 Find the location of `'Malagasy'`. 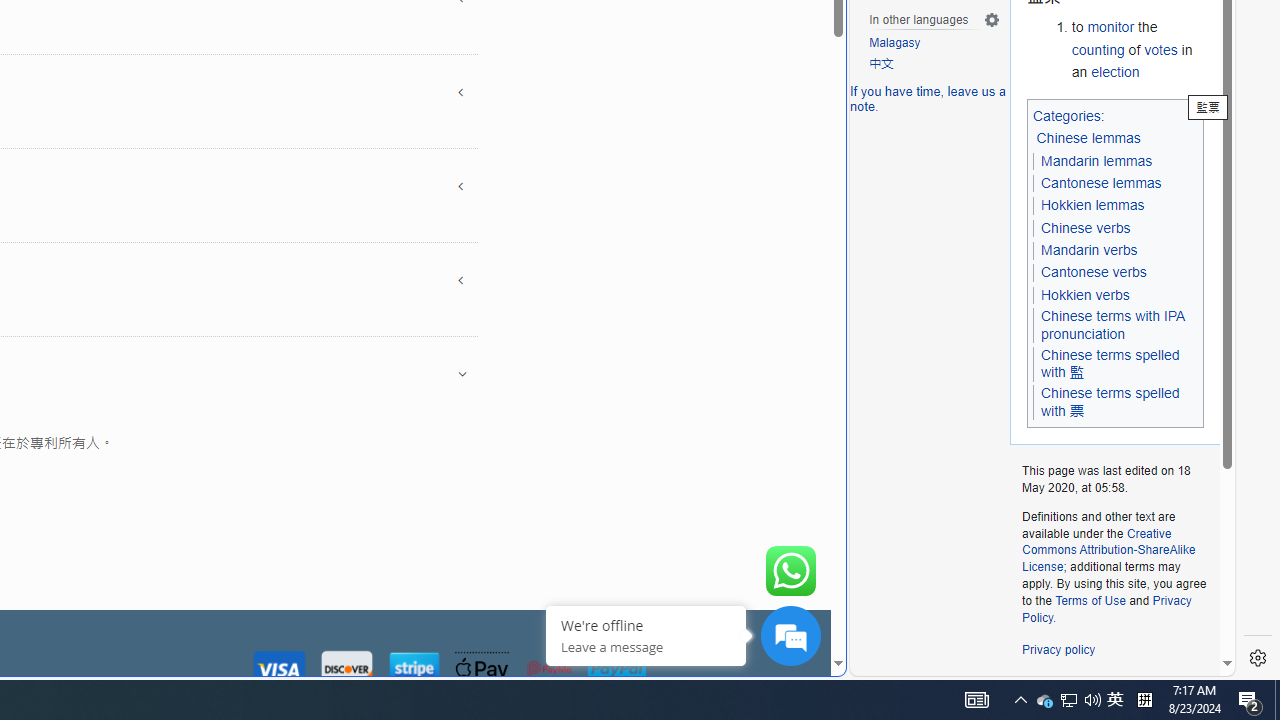

'Malagasy' is located at coordinates (934, 43).